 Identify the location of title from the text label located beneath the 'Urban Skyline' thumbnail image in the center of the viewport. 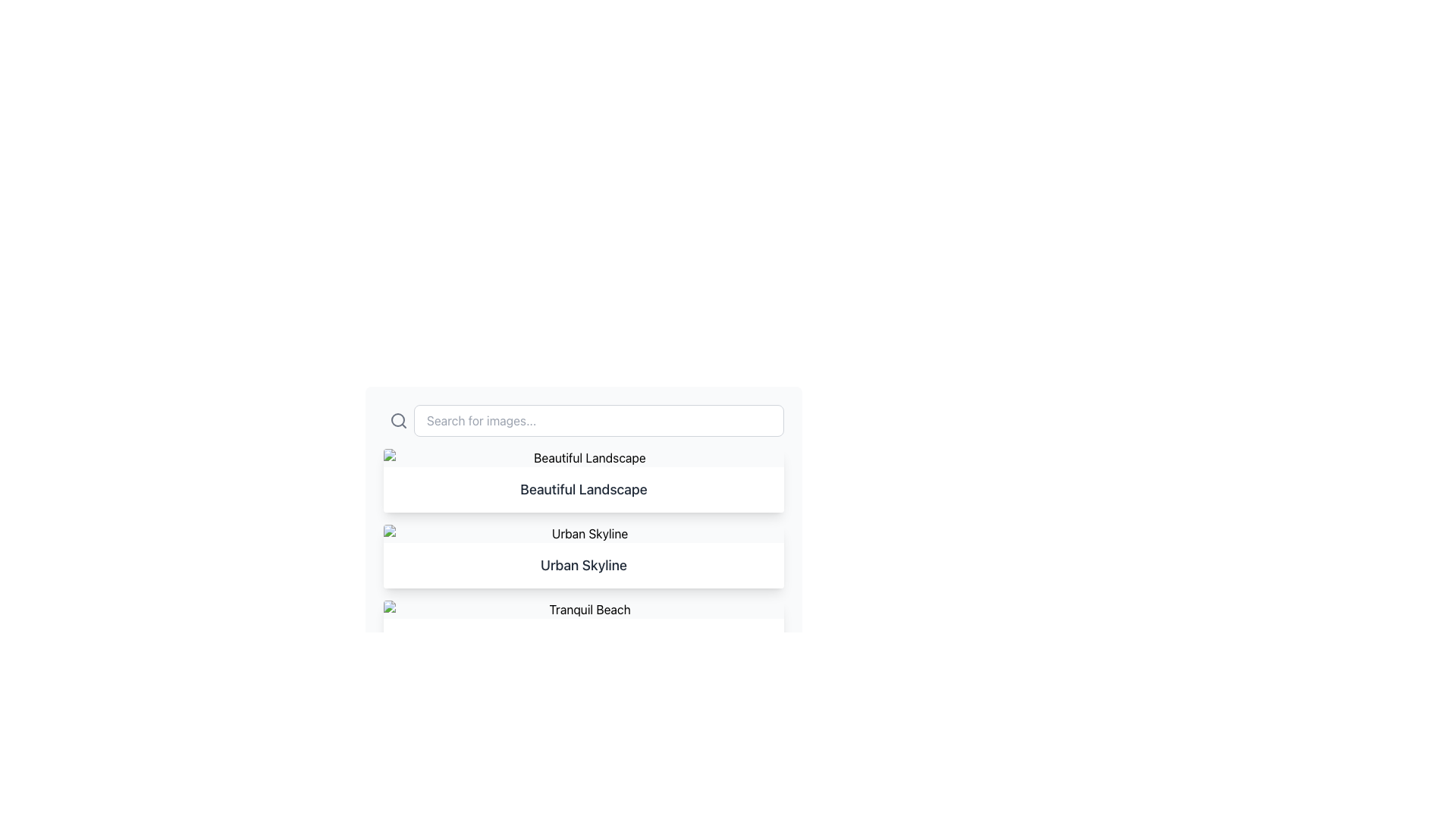
(582, 565).